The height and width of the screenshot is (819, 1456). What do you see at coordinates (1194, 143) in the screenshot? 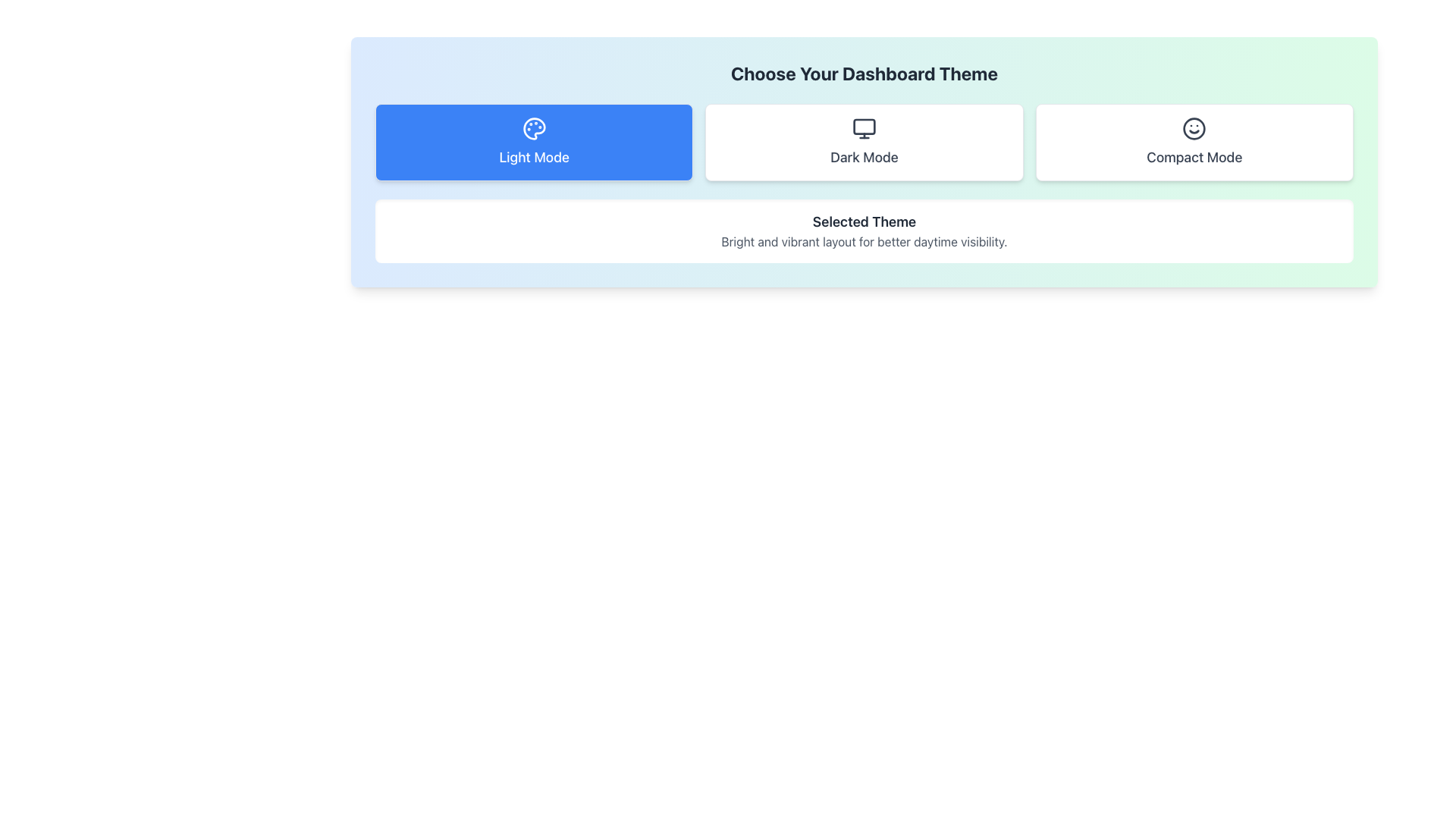
I see `the button styled as a card labeled 'Compact Mode'` at bounding box center [1194, 143].